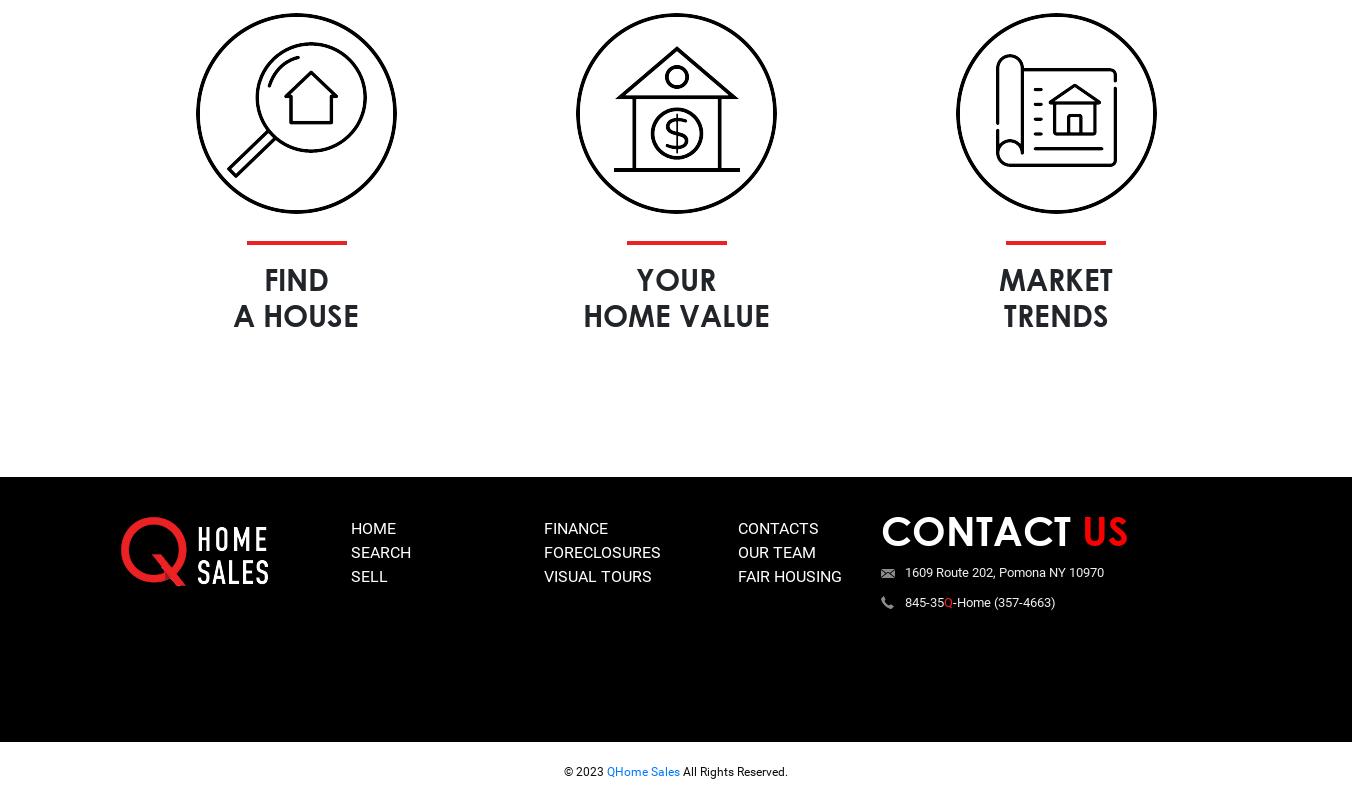 The image size is (1352, 802). I want to click on 'Find', so click(295, 278).